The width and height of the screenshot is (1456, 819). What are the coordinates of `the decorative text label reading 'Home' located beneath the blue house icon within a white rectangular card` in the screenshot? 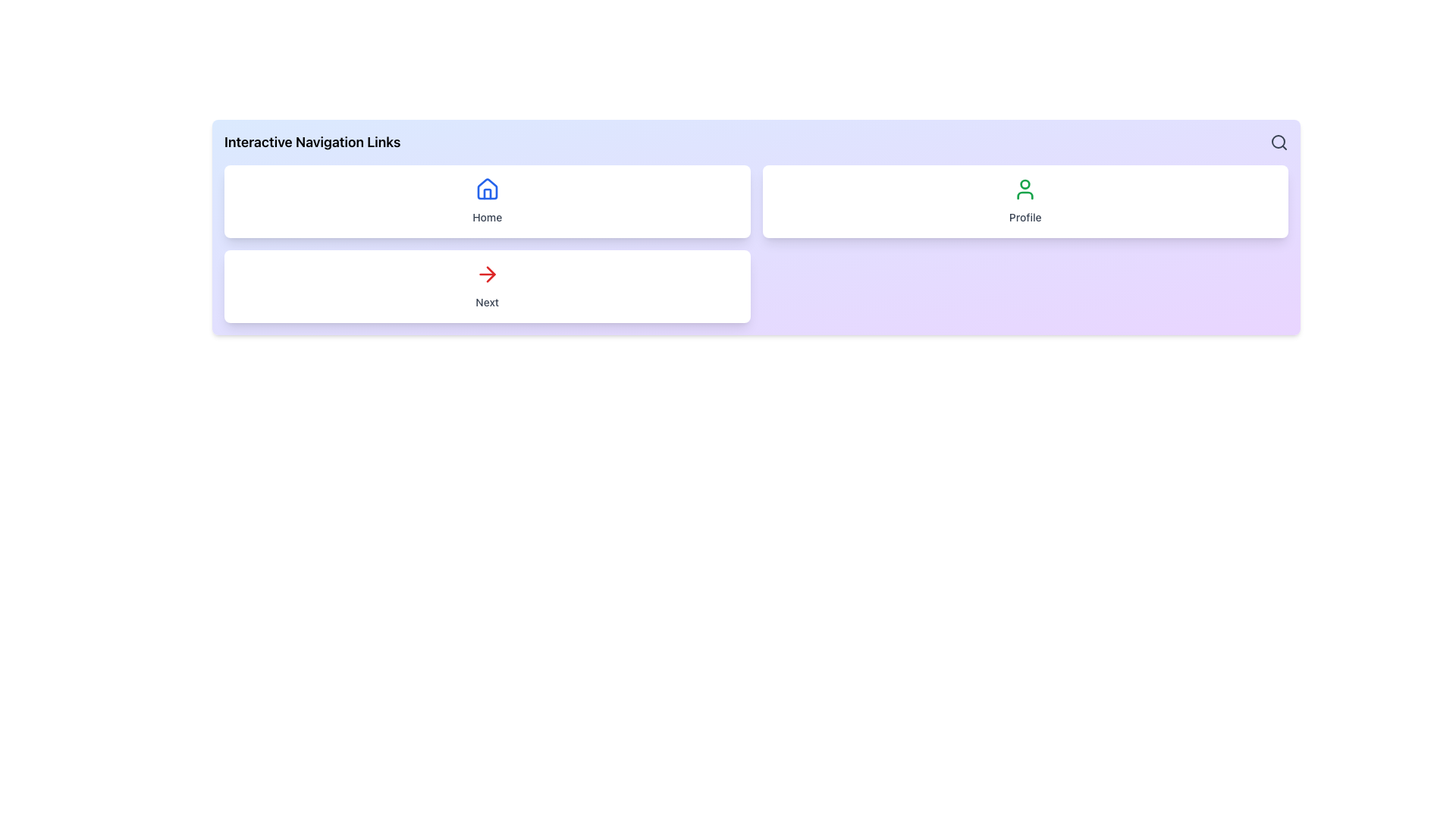 It's located at (487, 217).